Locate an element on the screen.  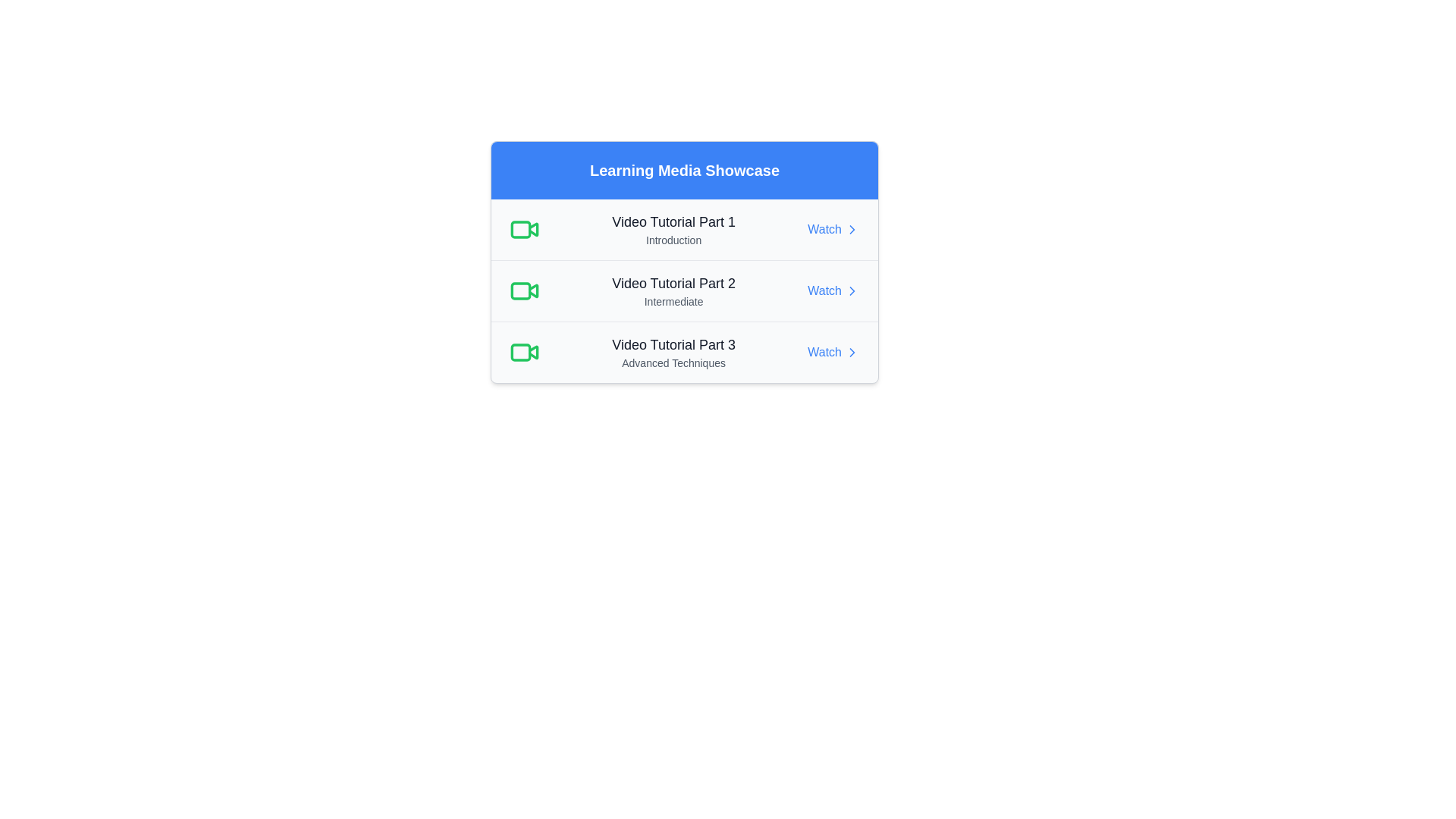
the text label that describes the tutorial resource, positioned third in a vertical list under 'Learning Media Showcase', between 'Video Tutorial Part 2' and the 'Watch' link is located at coordinates (673, 353).